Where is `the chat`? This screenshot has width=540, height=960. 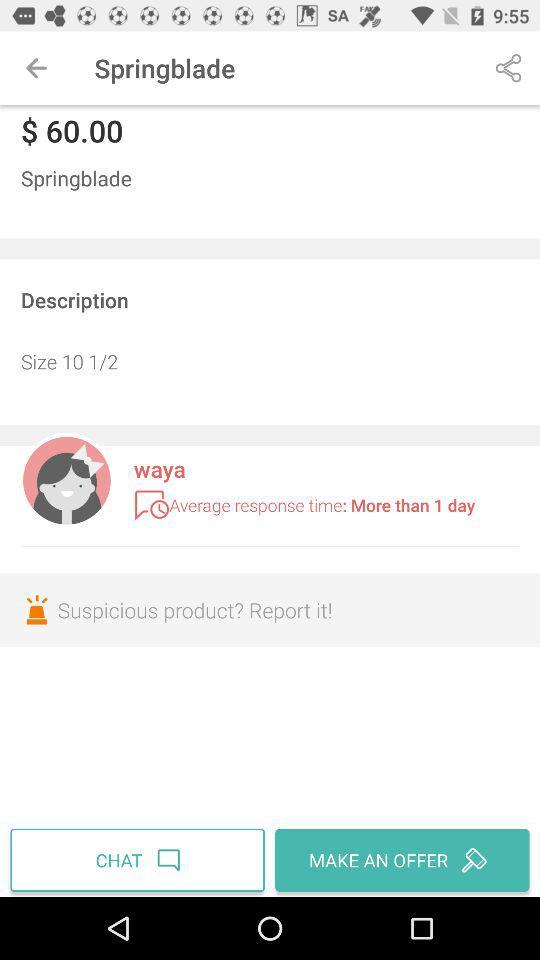 the chat is located at coordinates (139, 859).